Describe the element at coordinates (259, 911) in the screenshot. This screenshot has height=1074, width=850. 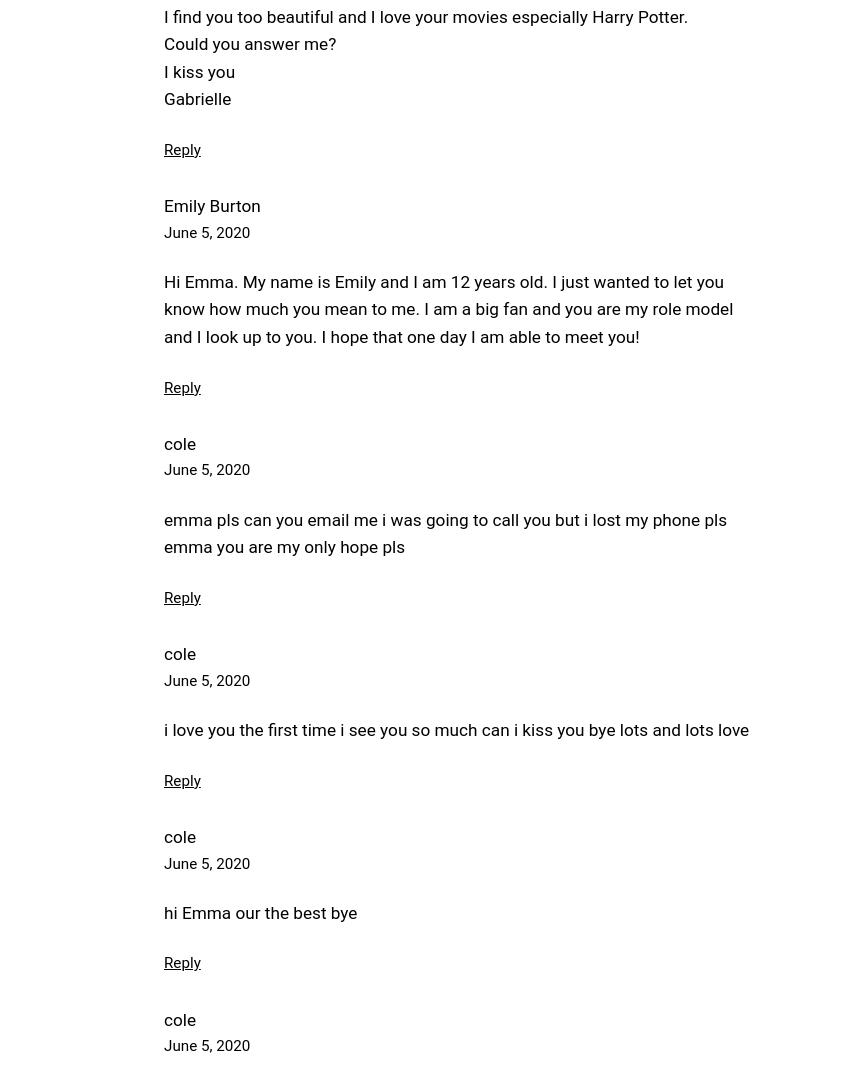
I see `'hi Emma our the best bye'` at that location.